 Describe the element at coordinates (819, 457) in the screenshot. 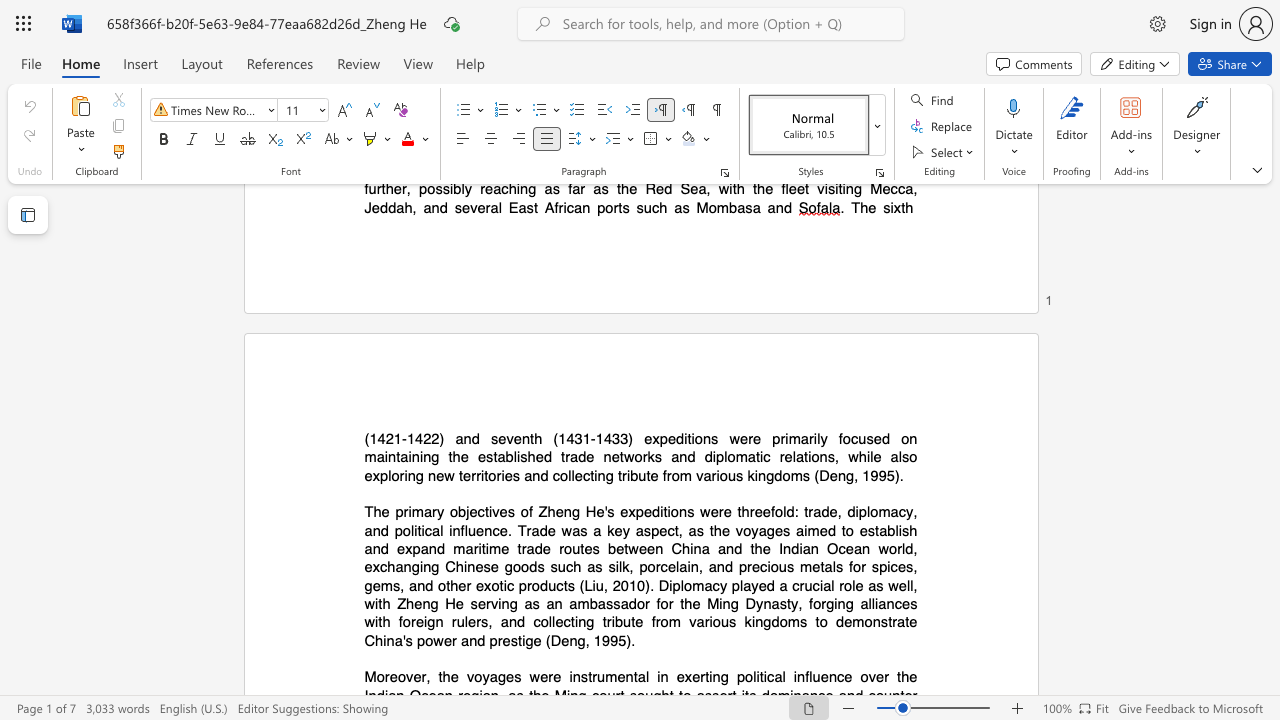

I see `the space between the continuous character "o" and "n" in the text` at that location.